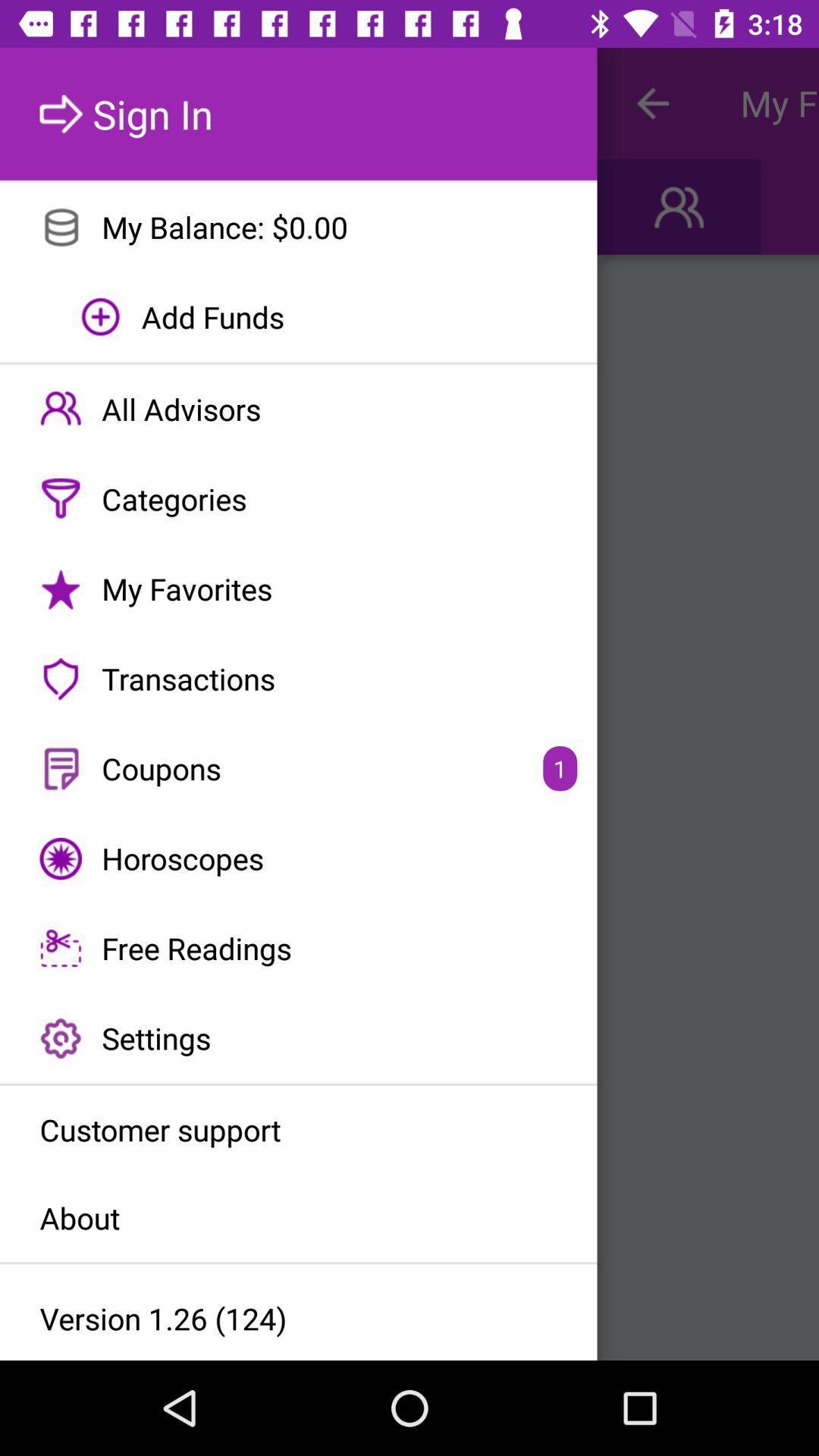  Describe the element at coordinates (298, 678) in the screenshot. I see `the transactions icon` at that location.